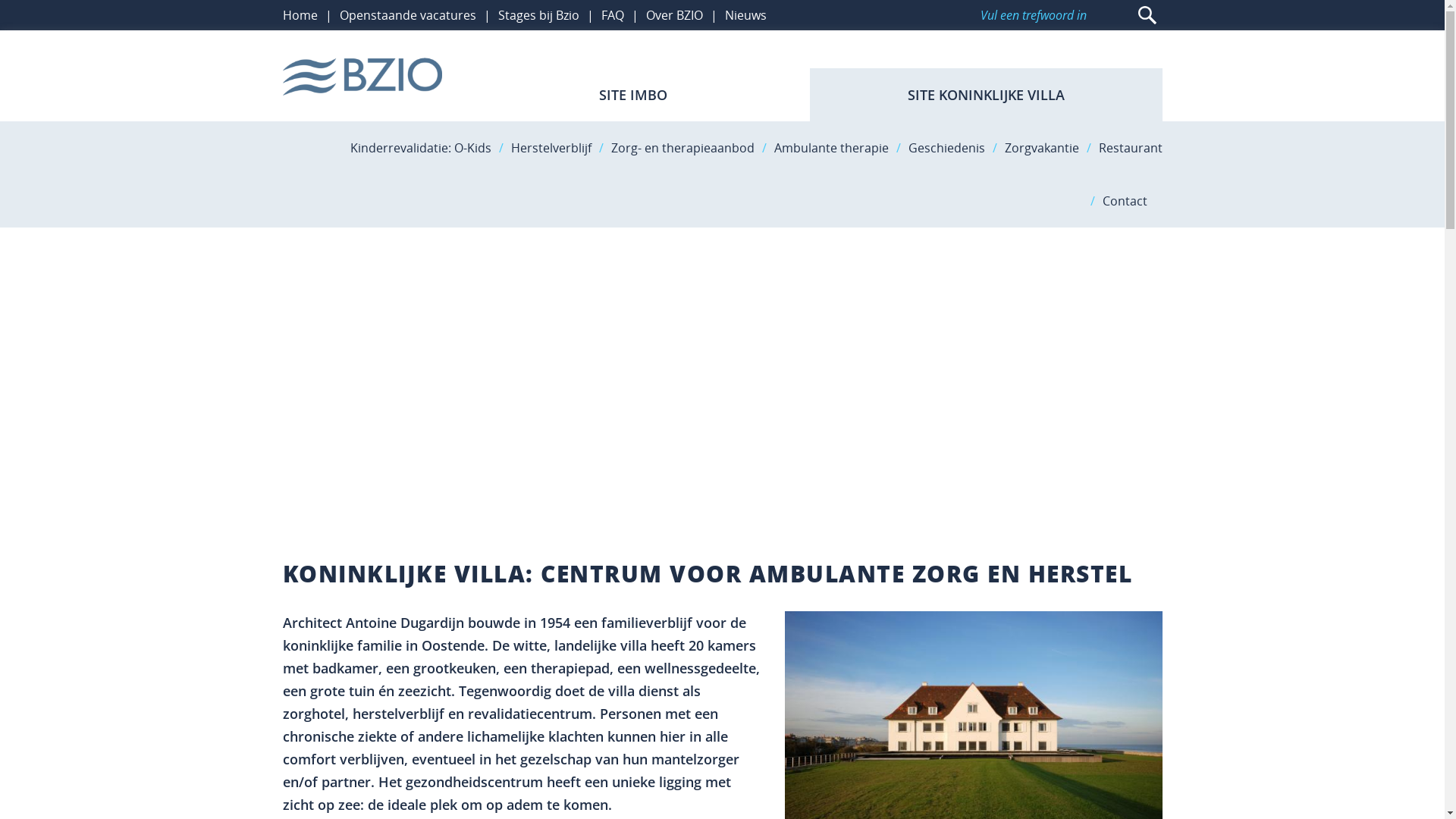 This screenshot has height=819, width=1456. What do you see at coordinates (645, 14) in the screenshot?
I see `'Over BZIO'` at bounding box center [645, 14].